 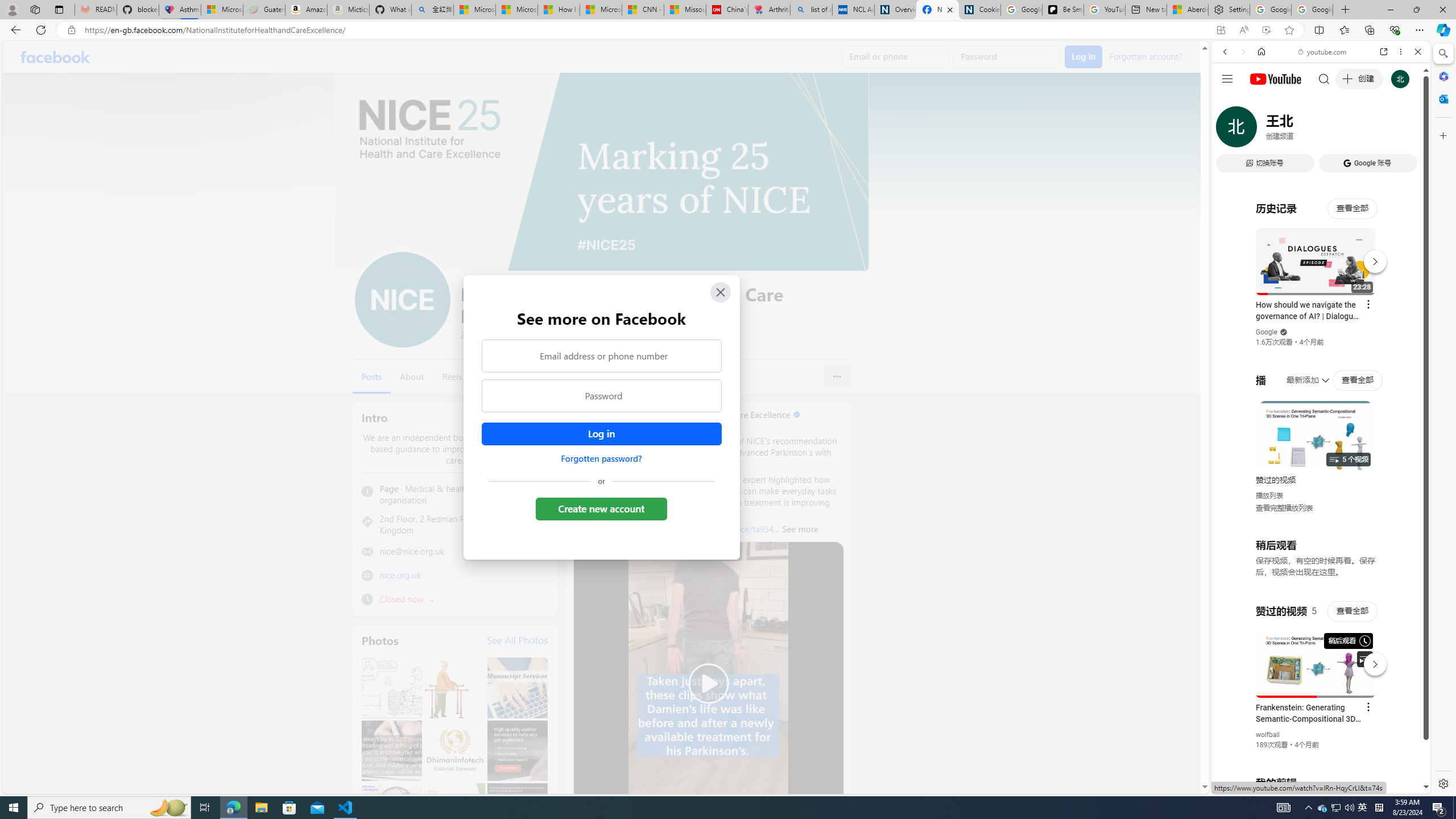 I want to click on 'Asthma Inhalers: Names and Types', so click(x=179, y=9).